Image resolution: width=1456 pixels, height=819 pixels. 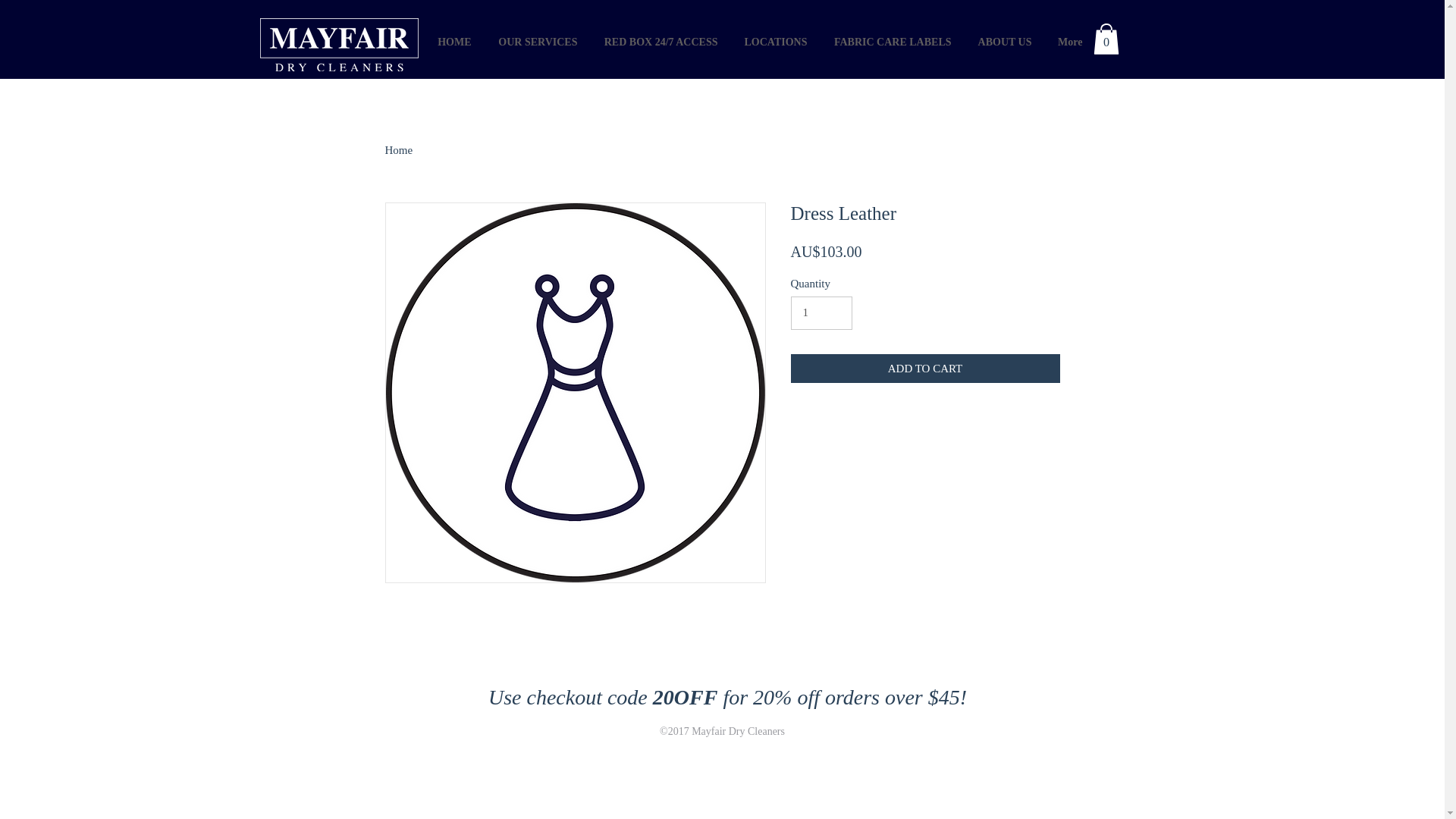 I want to click on 'LOCATIONS', so click(x=774, y=41).